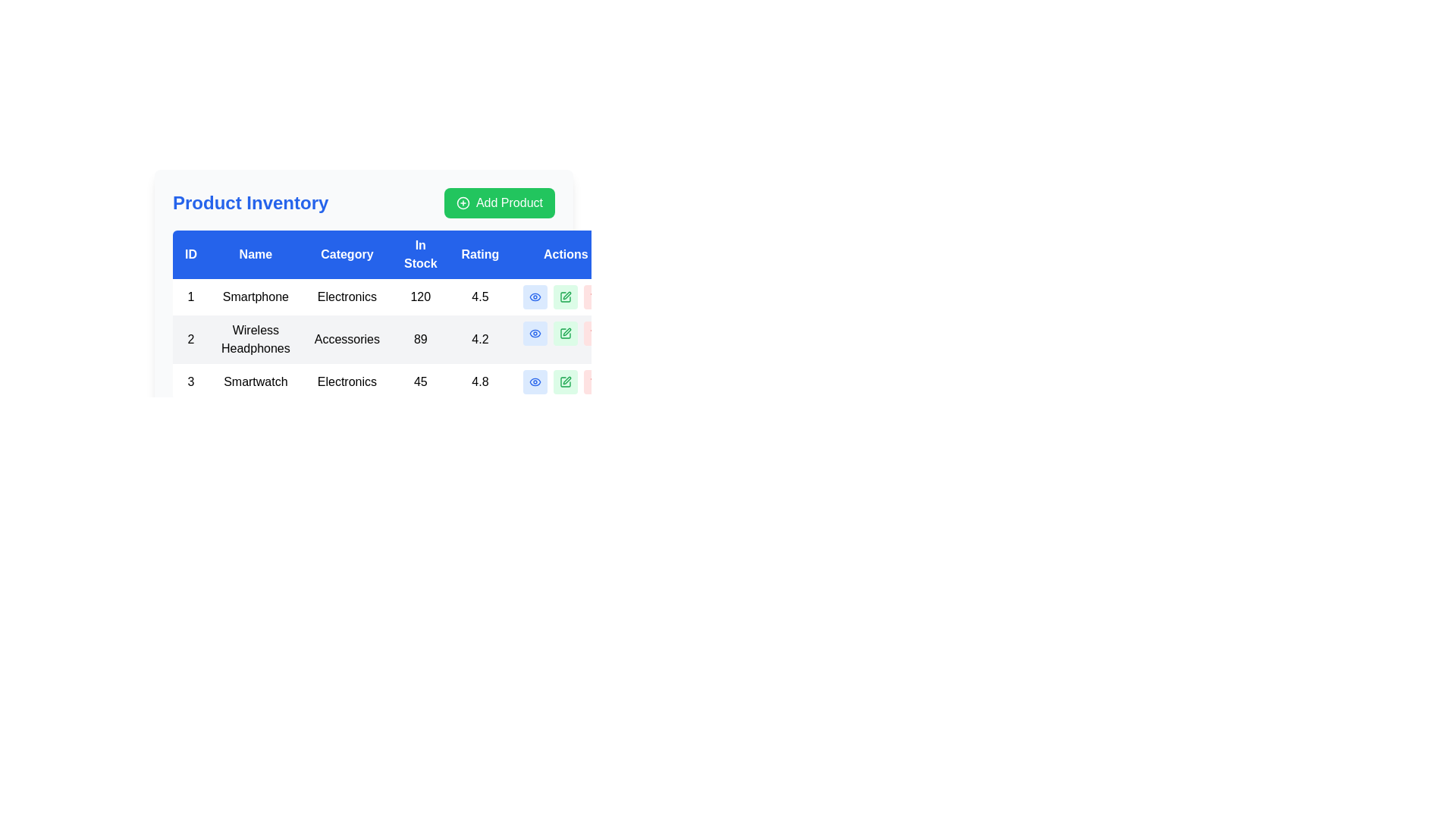 The height and width of the screenshot is (819, 1456). What do you see at coordinates (535, 332) in the screenshot?
I see `the blue eye icon in the 'Actions' column of the second row under 'Wireless Headphones'` at bounding box center [535, 332].